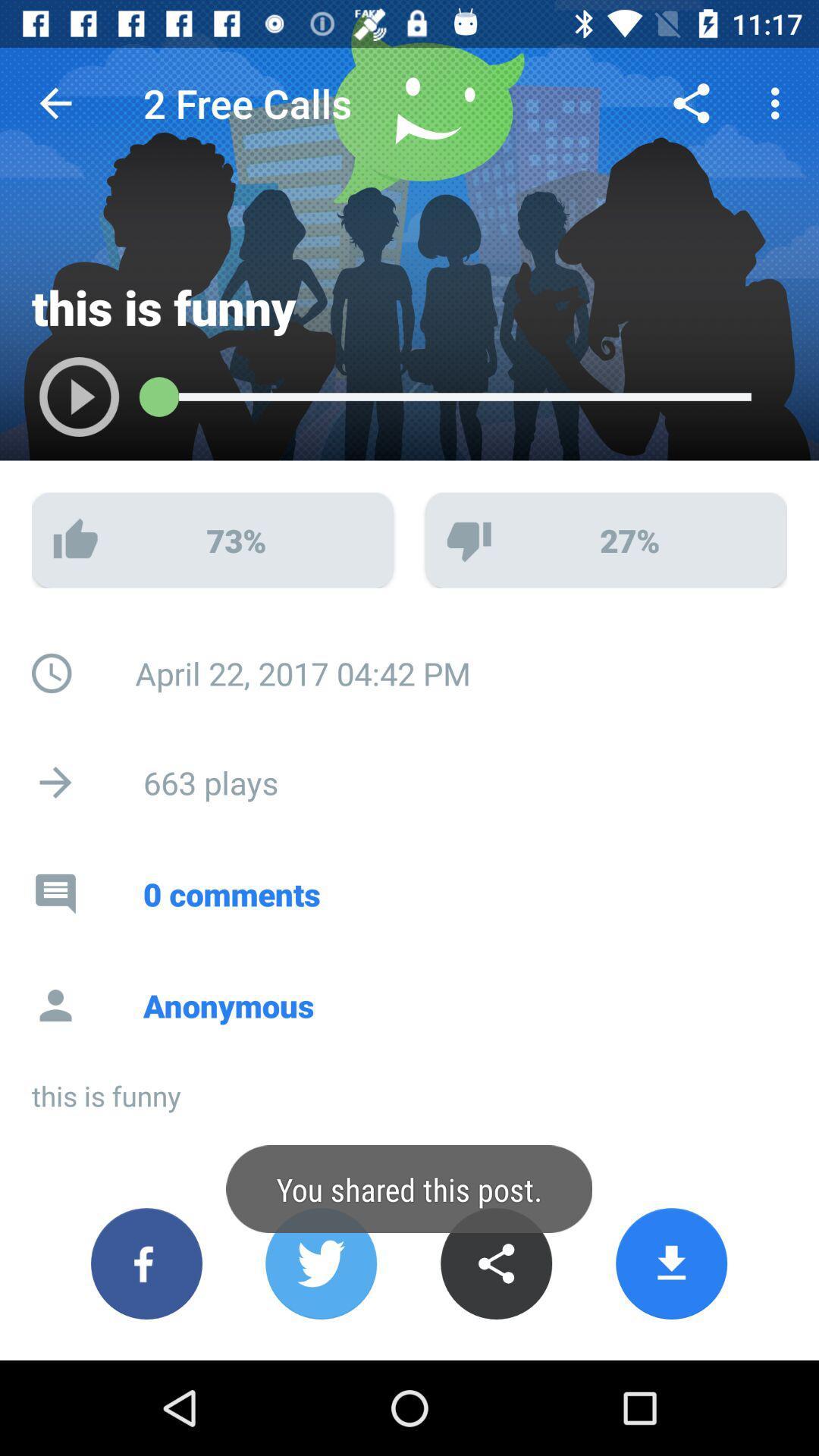 This screenshot has width=819, height=1456. What do you see at coordinates (63, 404) in the screenshot?
I see `the play icon` at bounding box center [63, 404].